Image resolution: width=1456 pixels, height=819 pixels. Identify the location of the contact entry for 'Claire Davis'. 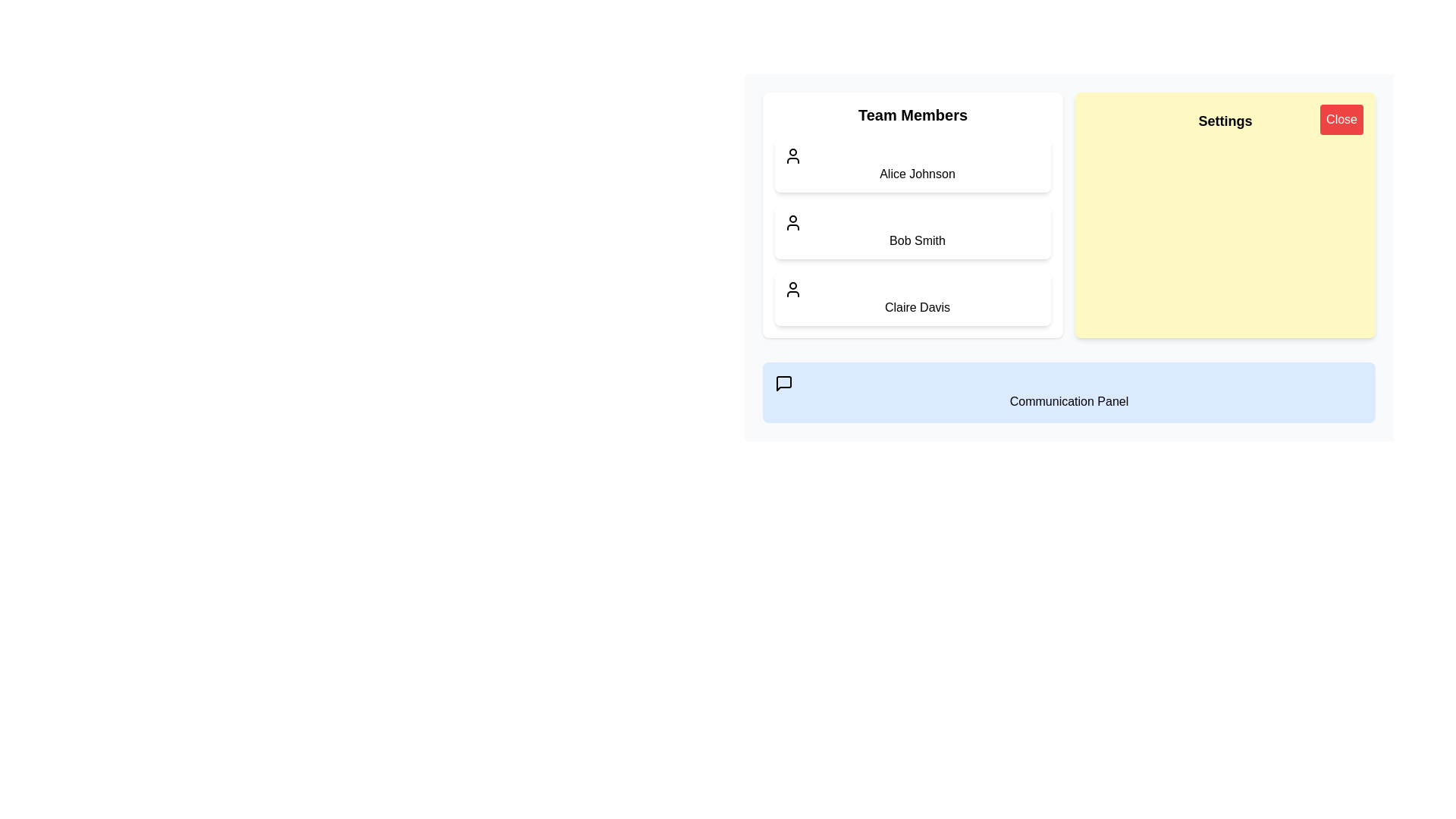
(912, 298).